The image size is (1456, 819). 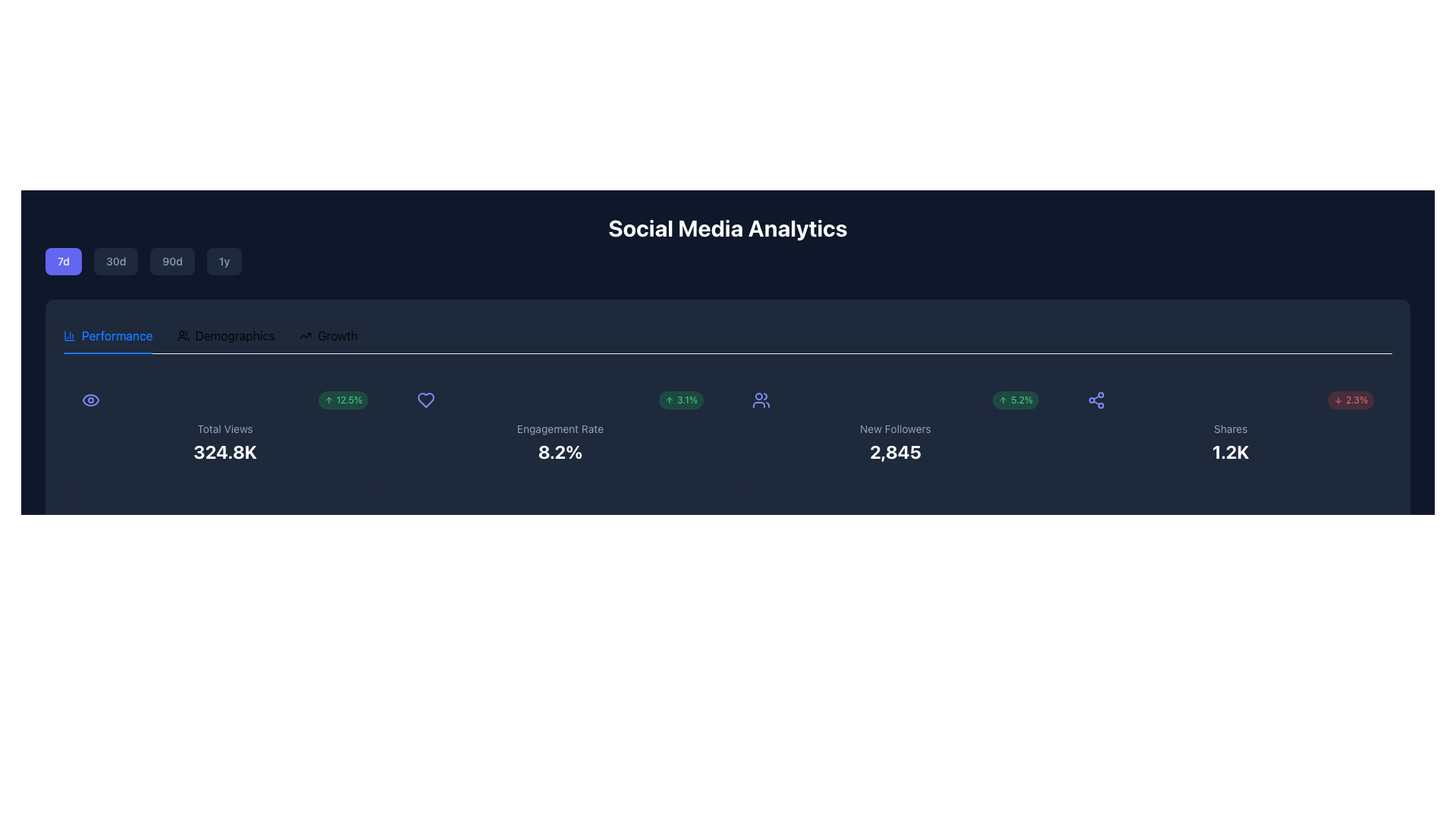 I want to click on the heart-shaped icon filled with a solid purple-blue color, which represents the 'Engagement Rate' metric in the analytics dashboard, so click(x=425, y=400).